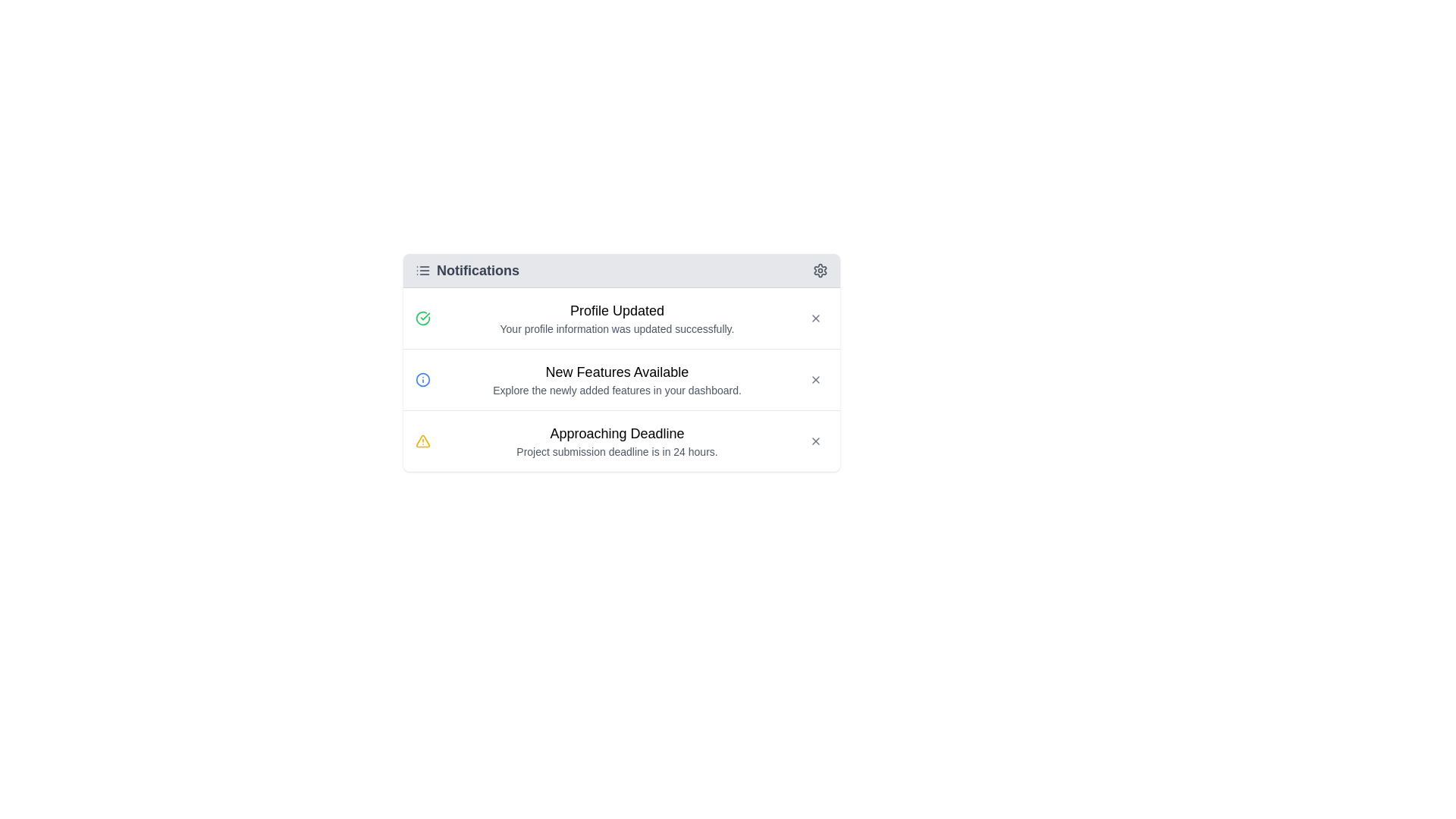 Image resolution: width=1456 pixels, height=819 pixels. I want to click on auxiliary information text located within the notification card under the header 'New Features Available.' This text is positioned below a larger title text and above other notifications, so click(617, 390).